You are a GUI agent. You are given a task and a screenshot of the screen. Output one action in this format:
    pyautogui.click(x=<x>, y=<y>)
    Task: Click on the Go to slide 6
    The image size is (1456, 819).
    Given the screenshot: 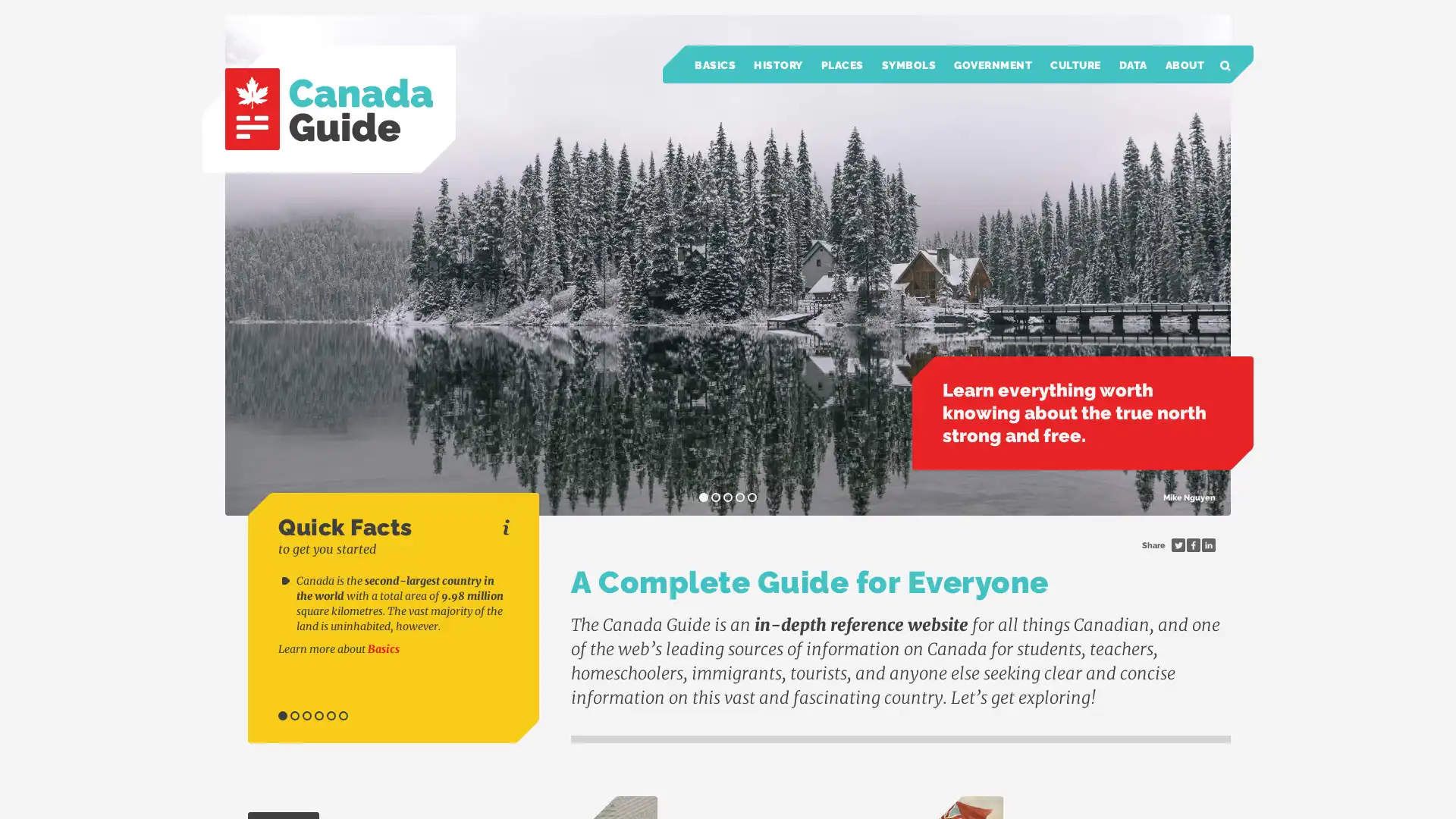 What is the action you would take?
    pyautogui.click(x=342, y=716)
    